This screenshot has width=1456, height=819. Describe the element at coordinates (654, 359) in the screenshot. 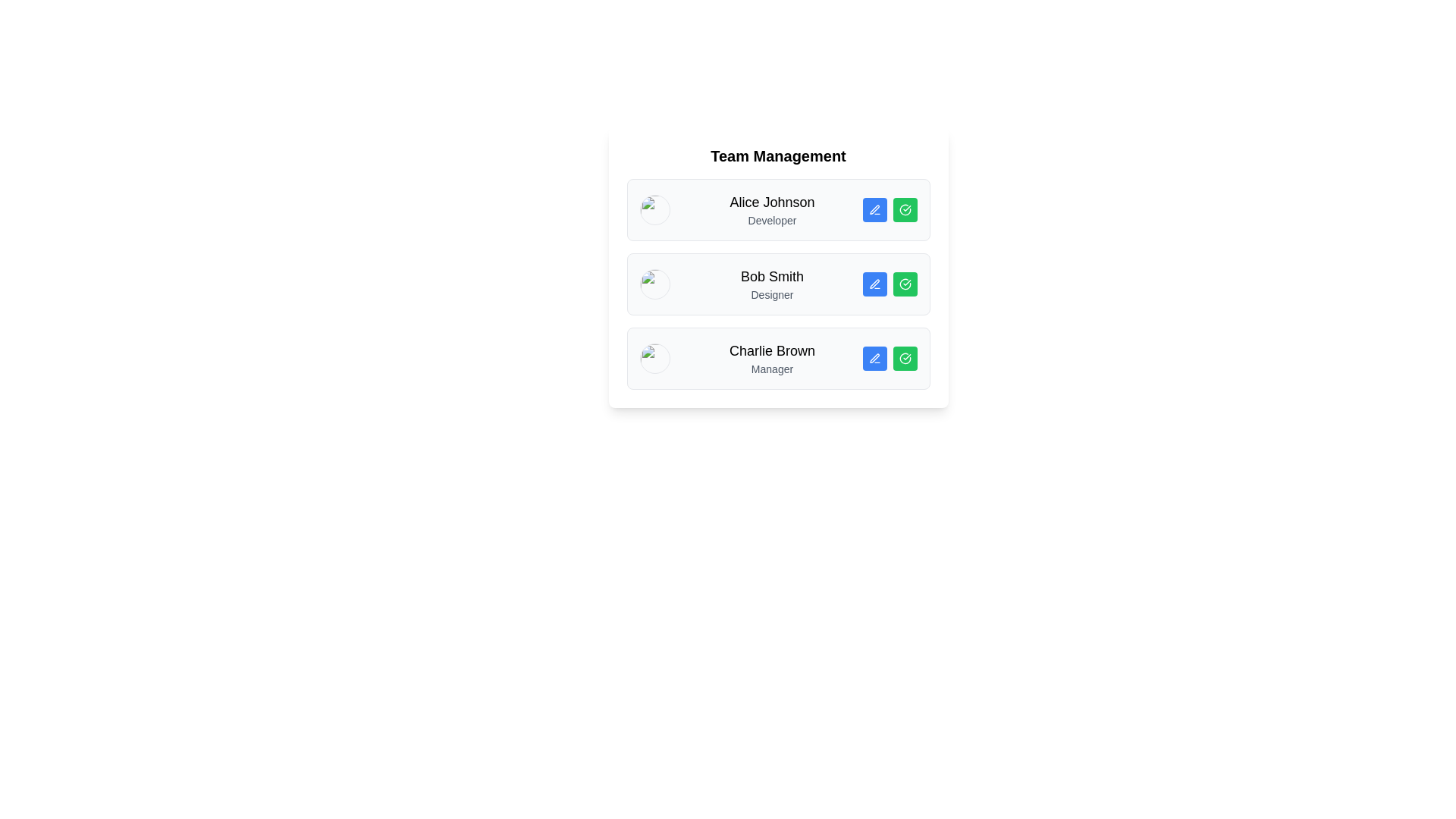

I see `the Avatar element representing the user in the third row of the Team Management interface, which is the leftmost element in that row` at that location.